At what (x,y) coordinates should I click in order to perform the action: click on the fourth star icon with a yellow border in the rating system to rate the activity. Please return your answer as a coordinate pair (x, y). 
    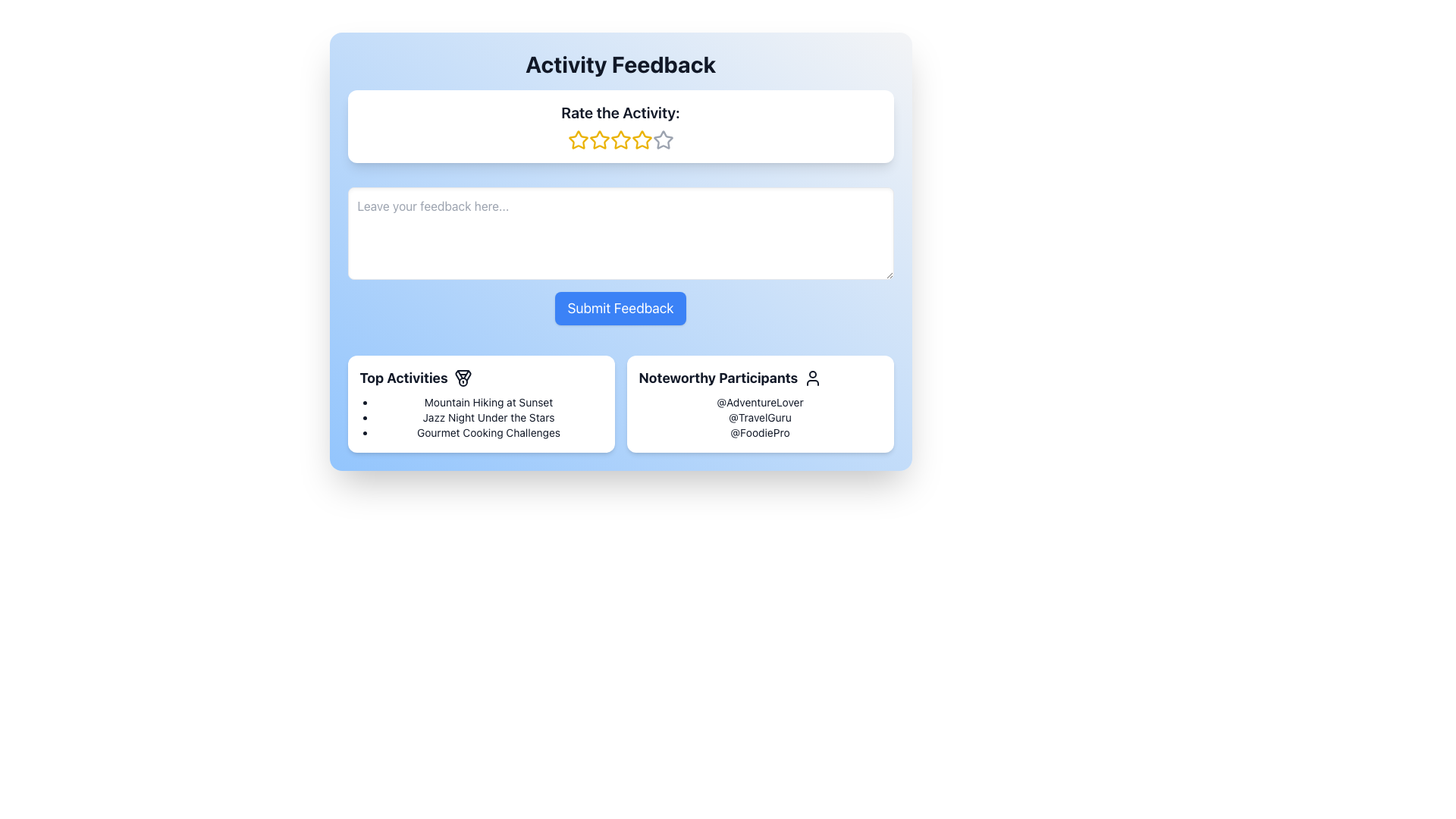
    Looking at the image, I should click on (641, 140).